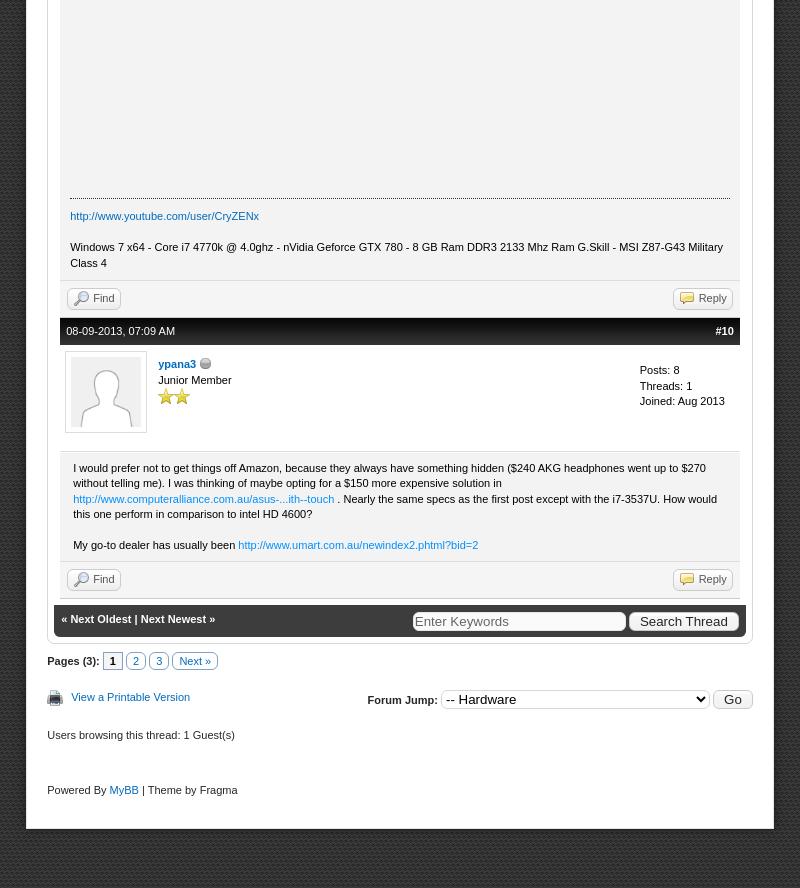  What do you see at coordinates (140, 733) in the screenshot?
I see `'Users browsing this thread: 1 Guest(s)'` at bounding box center [140, 733].